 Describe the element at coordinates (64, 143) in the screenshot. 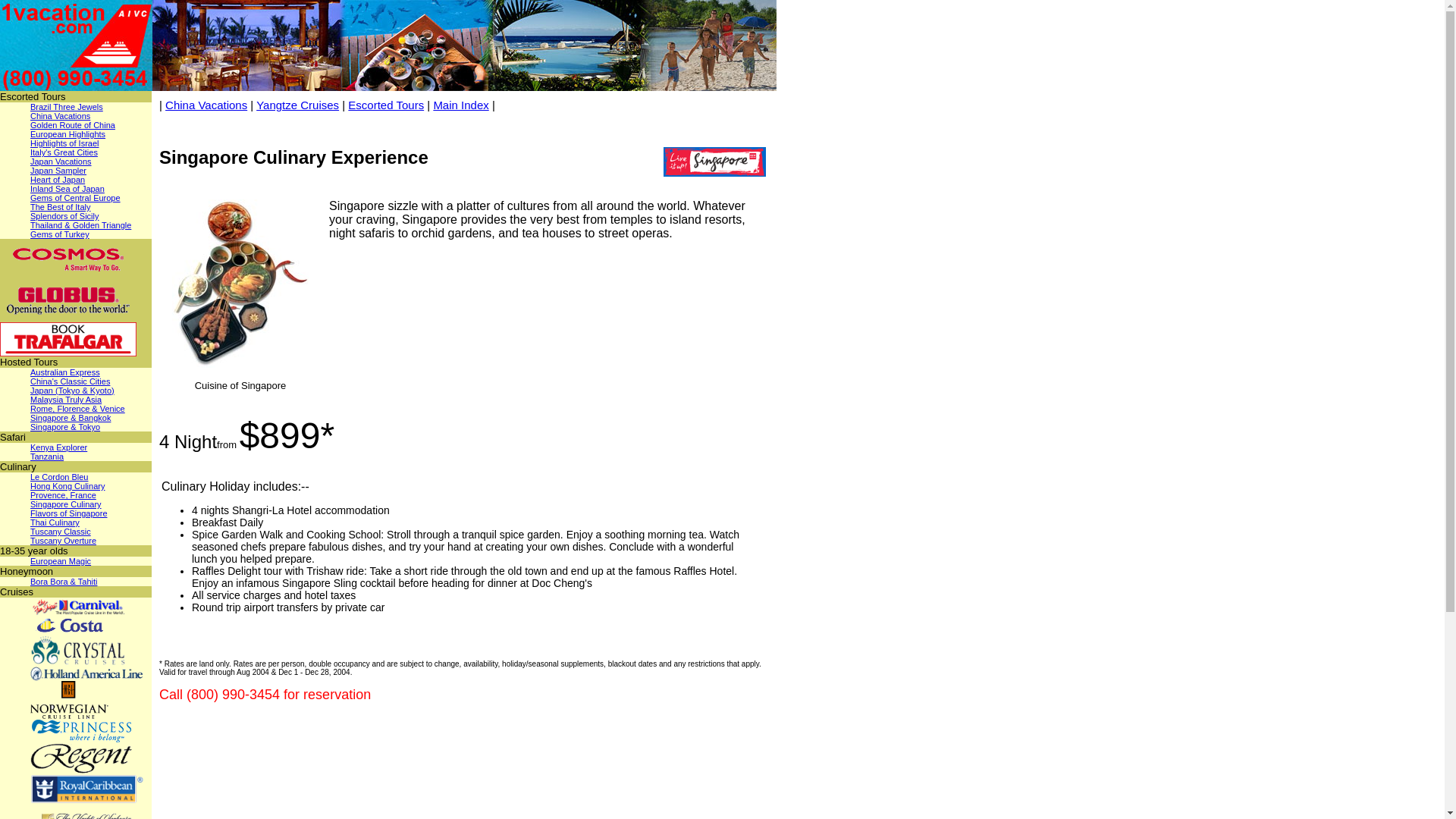

I see `'Highlights of Israel'` at that location.